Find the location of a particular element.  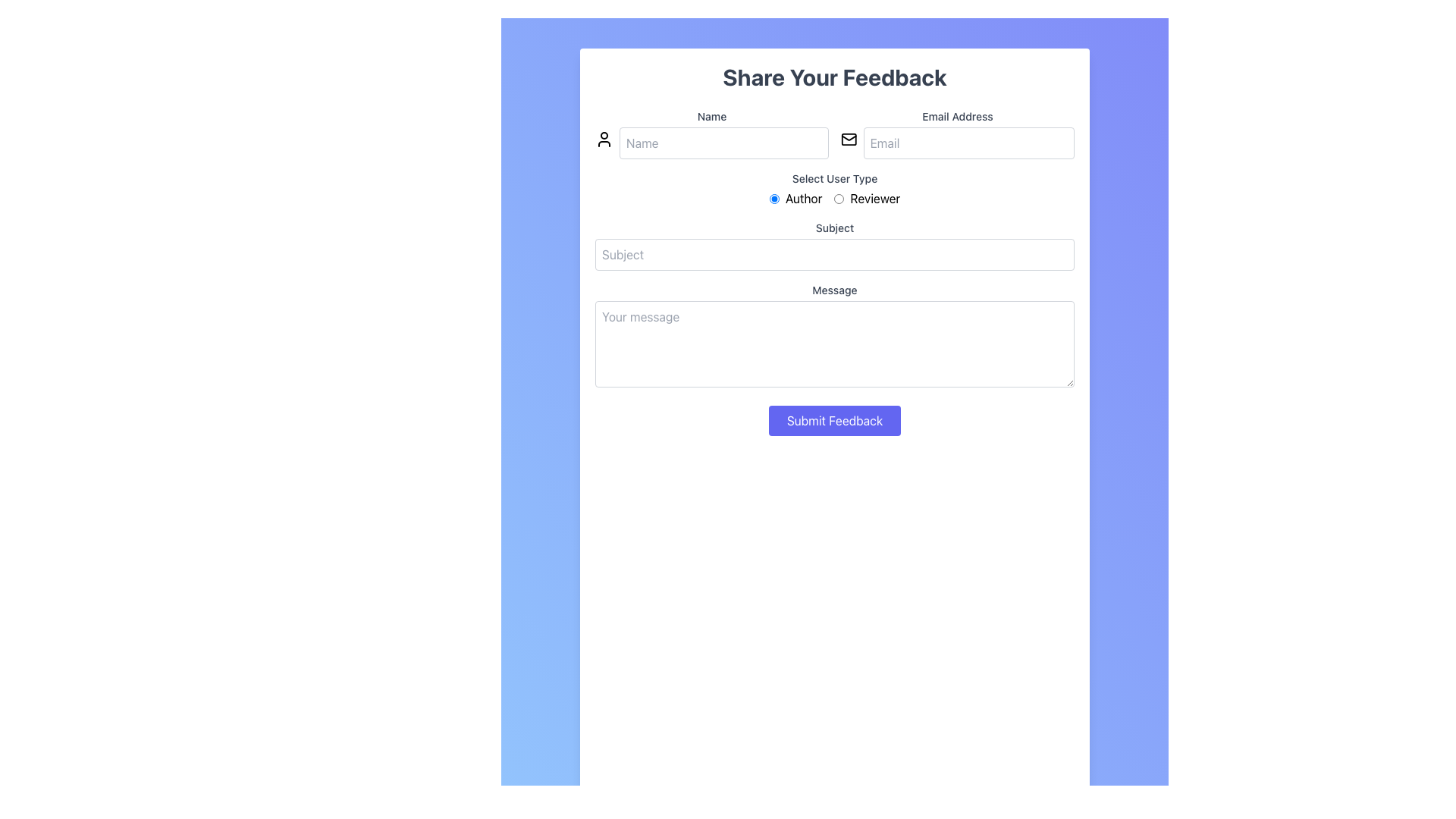

the text label reading 'Email Address' that is positioned above the email input field is located at coordinates (956, 116).